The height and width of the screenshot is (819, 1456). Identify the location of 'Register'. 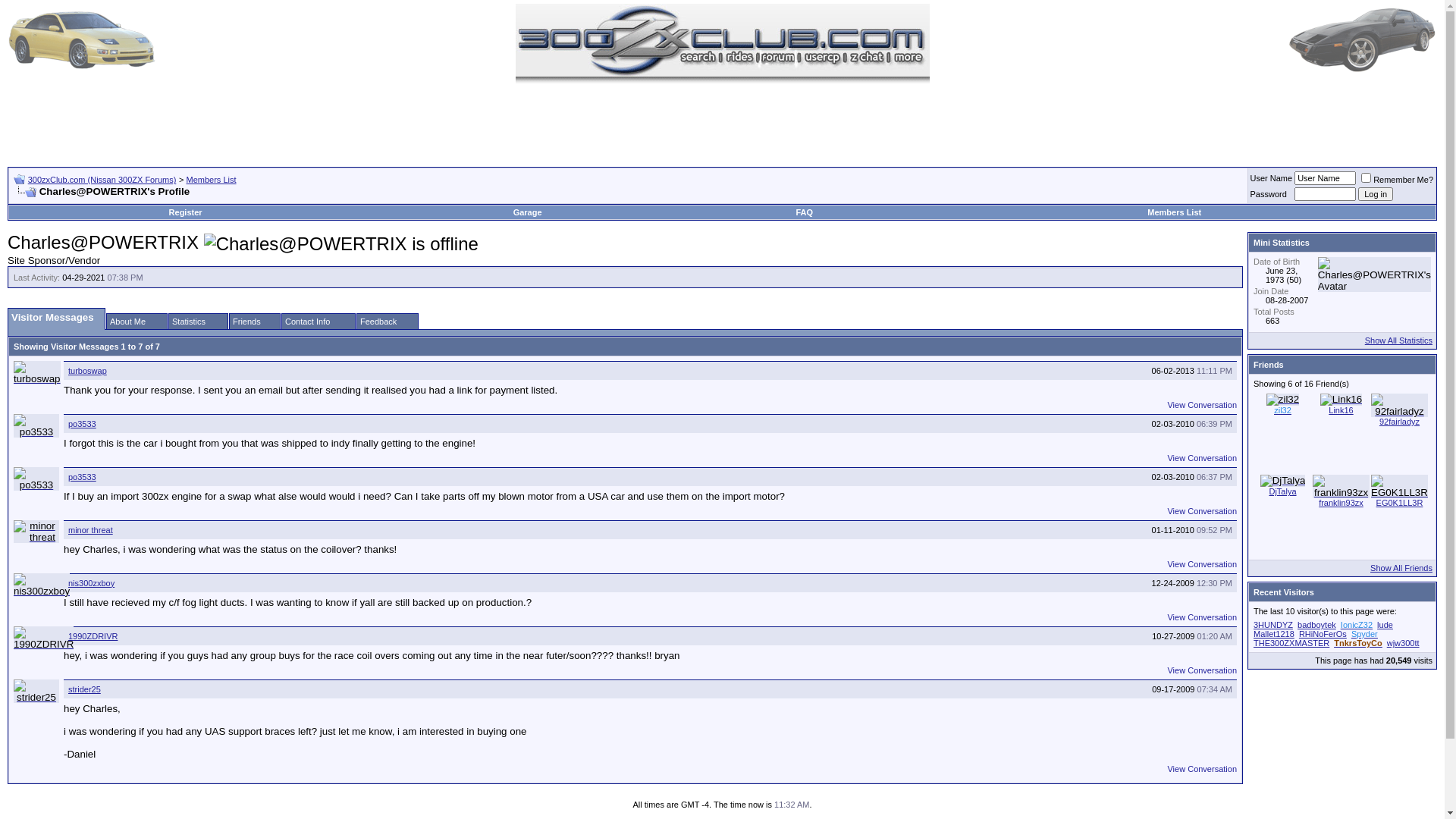
(184, 212).